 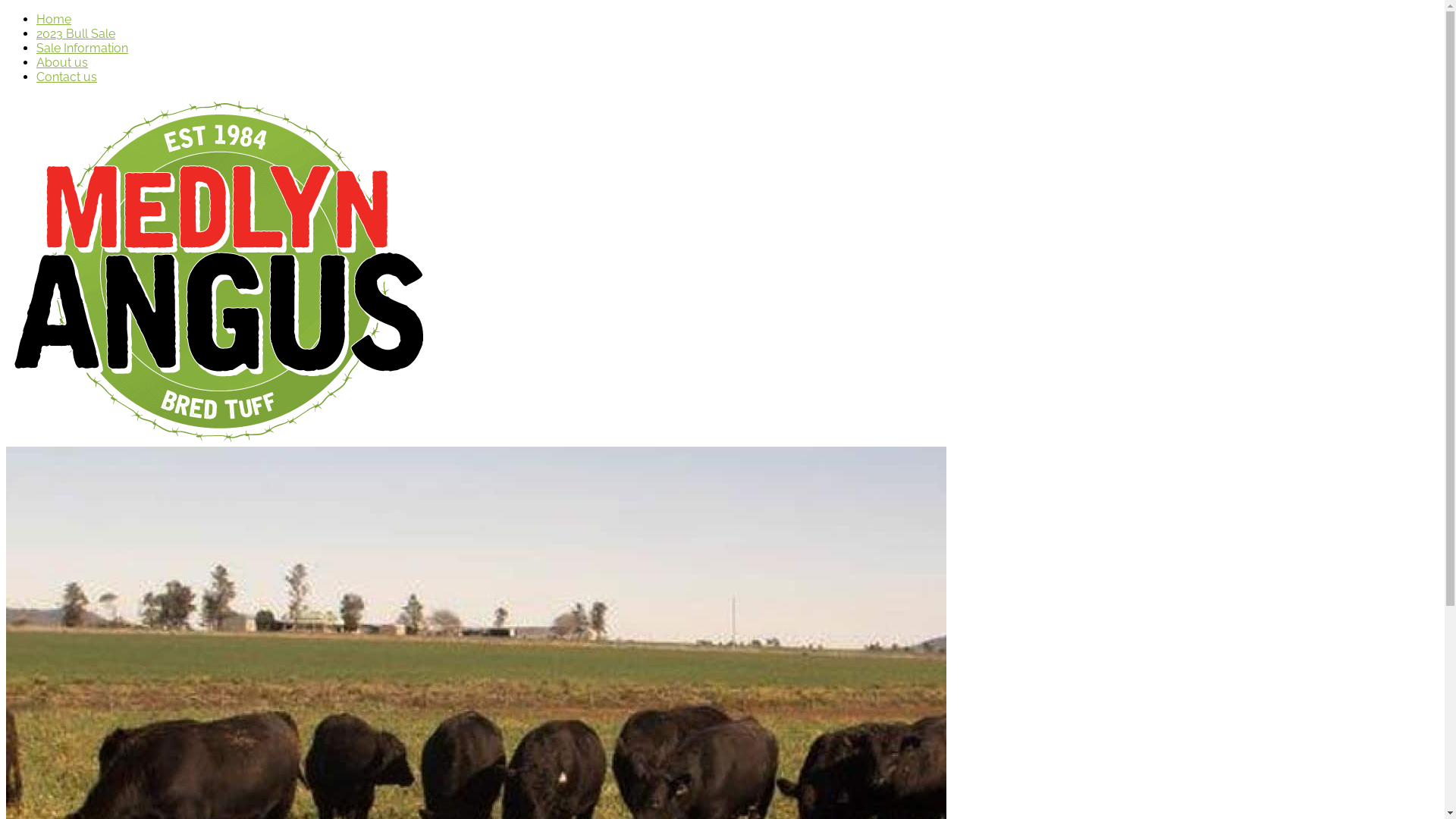 I want to click on '2023 Bull Sale', so click(x=36, y=33).